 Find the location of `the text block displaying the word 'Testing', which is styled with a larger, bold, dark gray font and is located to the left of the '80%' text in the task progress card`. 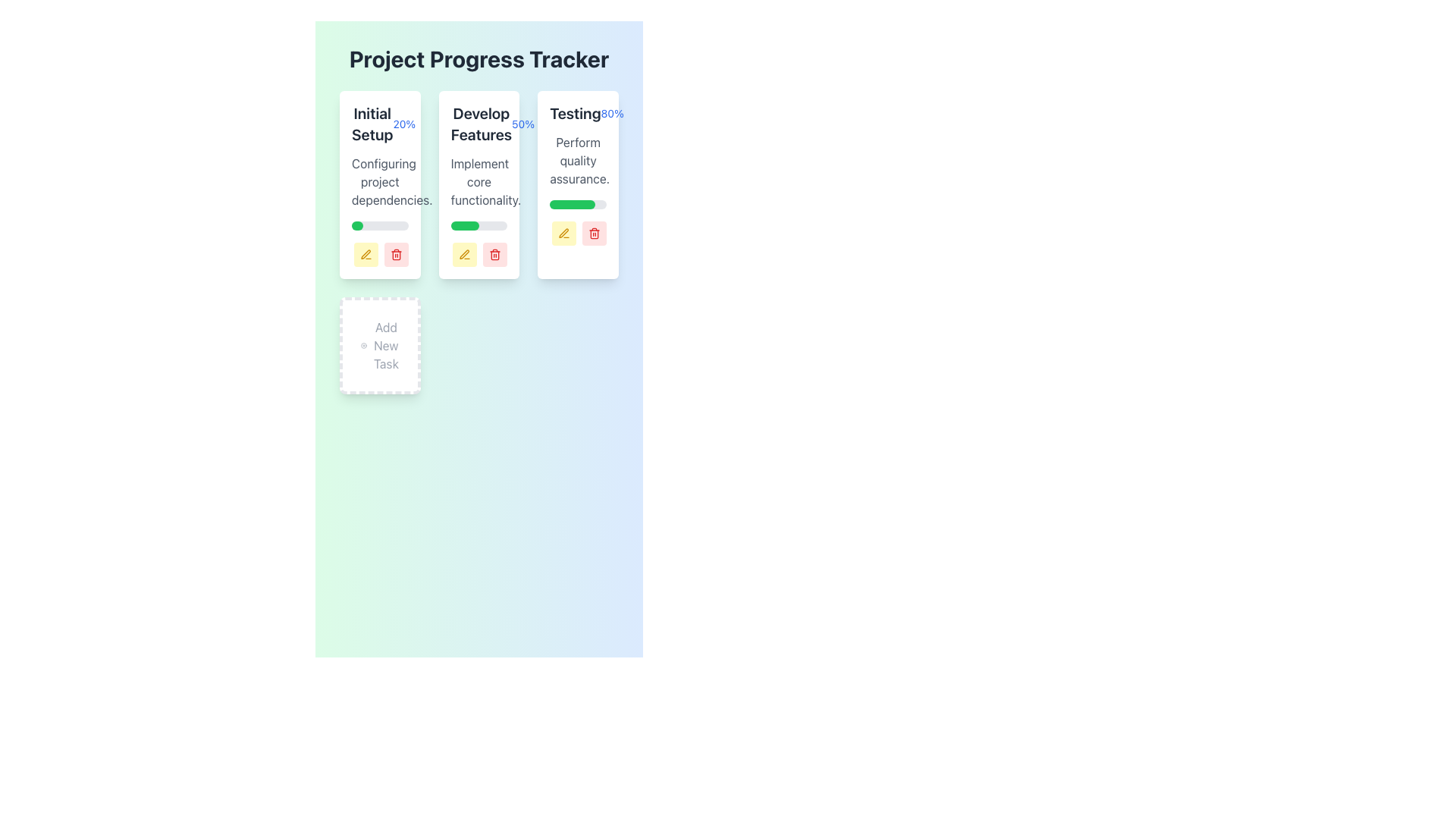

the text block displaying the word 'Testing', which is styled with a larger, bold, dark gray font and is located to the left of the '80%' text in the task progress card is located at coordinates (574, 113).